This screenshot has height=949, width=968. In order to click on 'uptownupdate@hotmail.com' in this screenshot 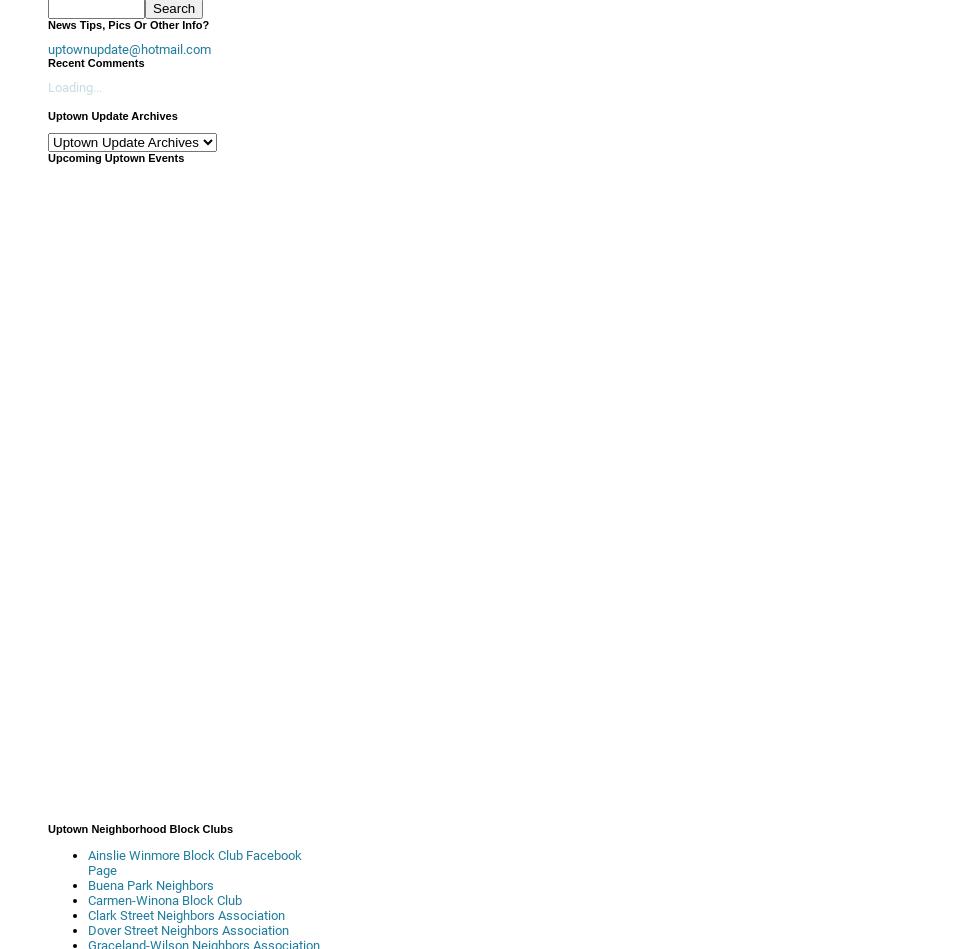, I will do `click(128, 49)`.